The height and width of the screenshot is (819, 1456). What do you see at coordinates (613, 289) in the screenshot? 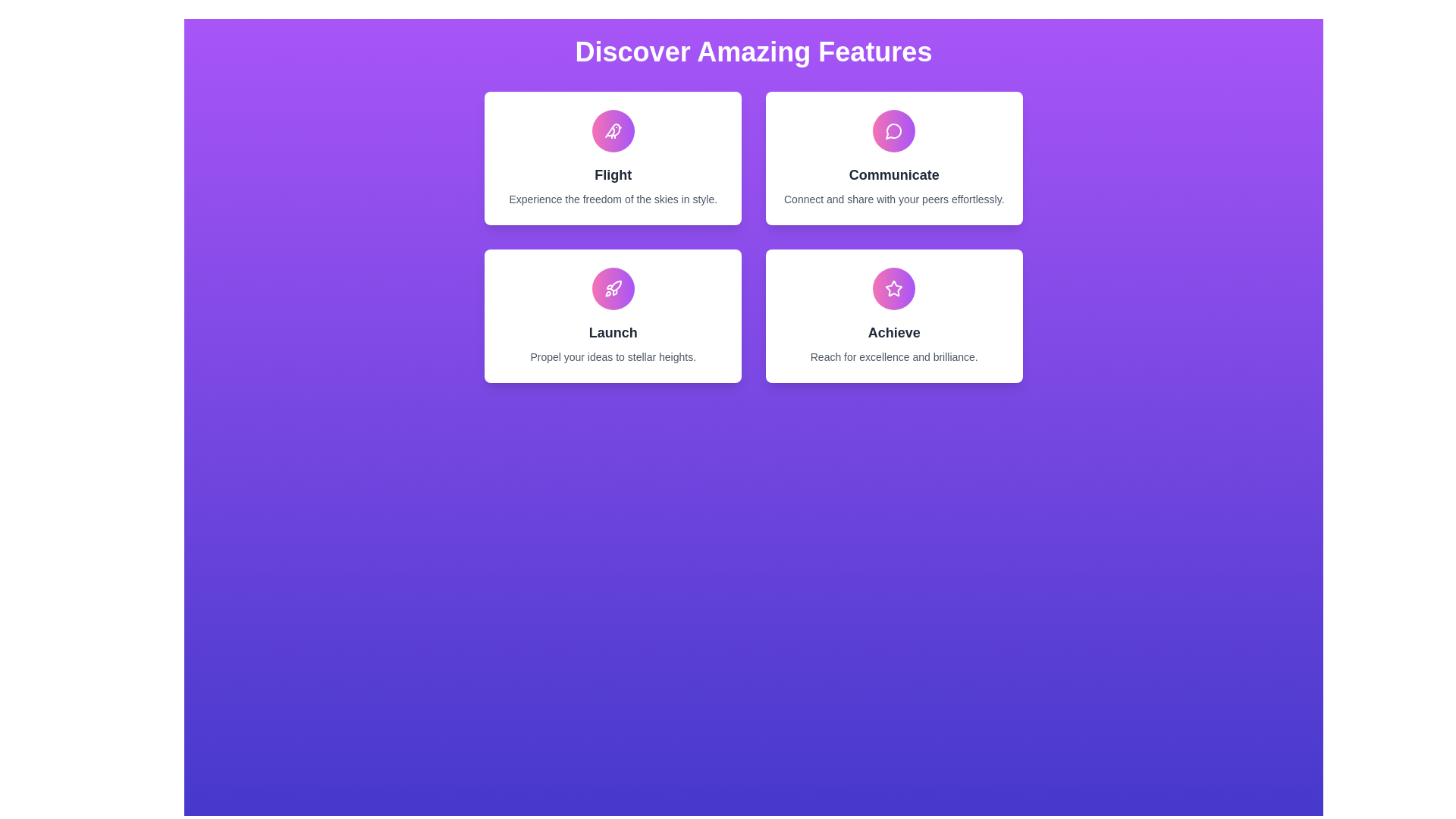
I see `the circular button with a gradient background and a white rocket icon, located in the 'Launch' section of the interface` at bounding box center [613, 289].